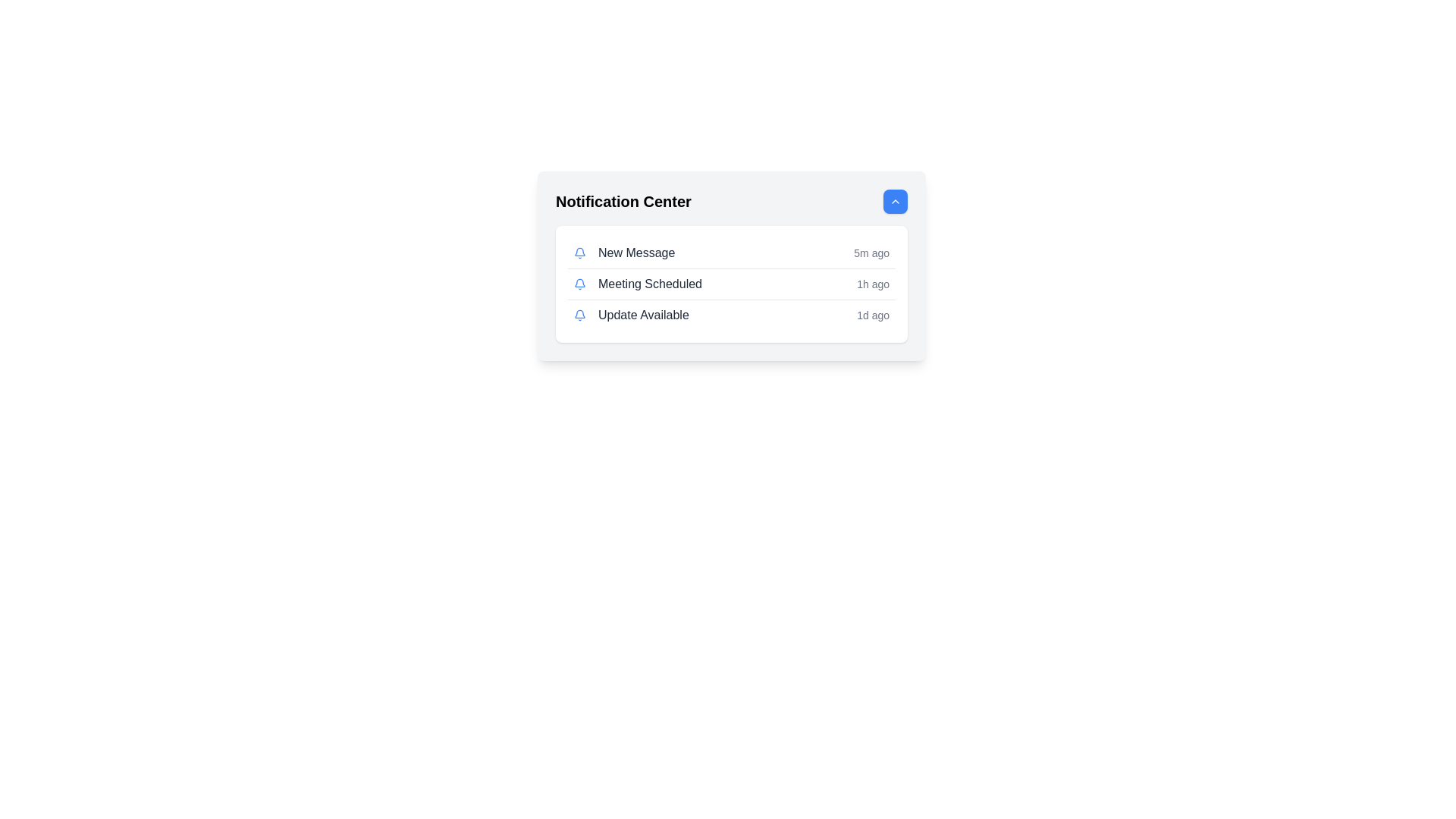 Image resolution: width=1456 pixels, height=819 pixels. Describe the element at coordinates (579, 284) in the screenshot. I see `the bell icon with a blue outline, located next to the text 'Meeting Scheduled' in the second row of the notification list` at that location.